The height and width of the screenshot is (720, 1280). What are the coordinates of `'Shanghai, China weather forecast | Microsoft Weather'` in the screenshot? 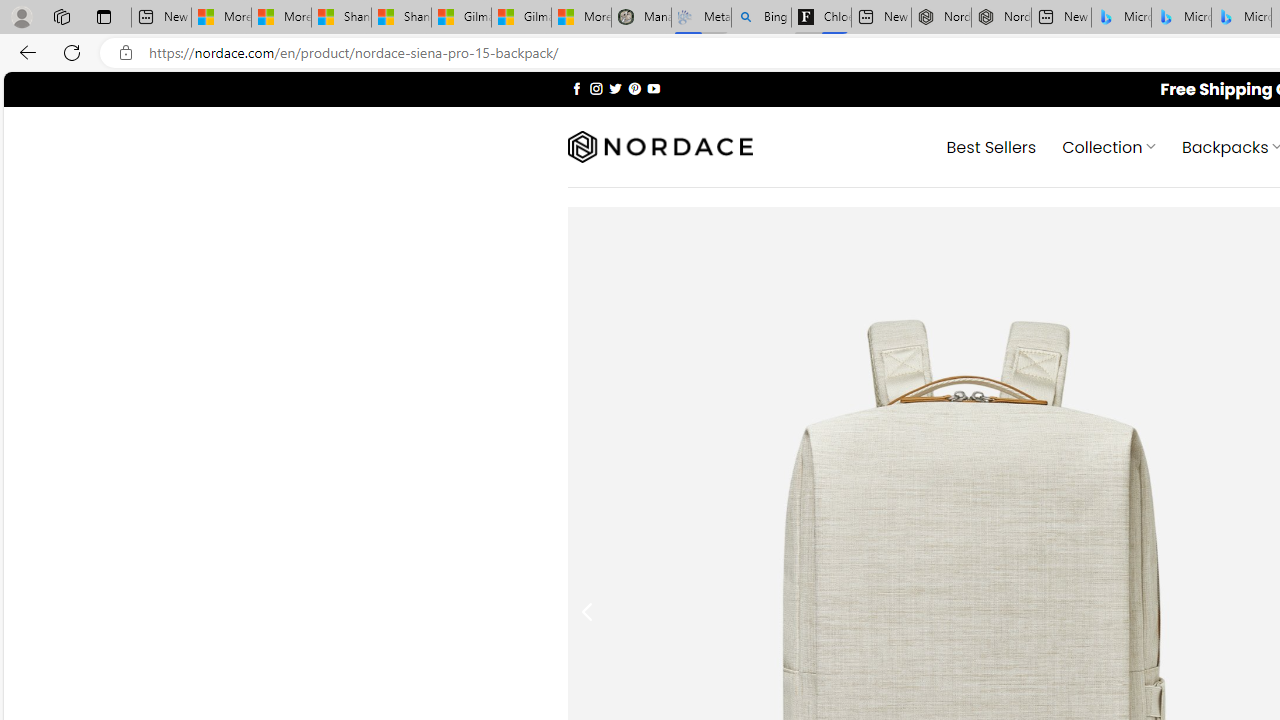 It's located at (400, 17).